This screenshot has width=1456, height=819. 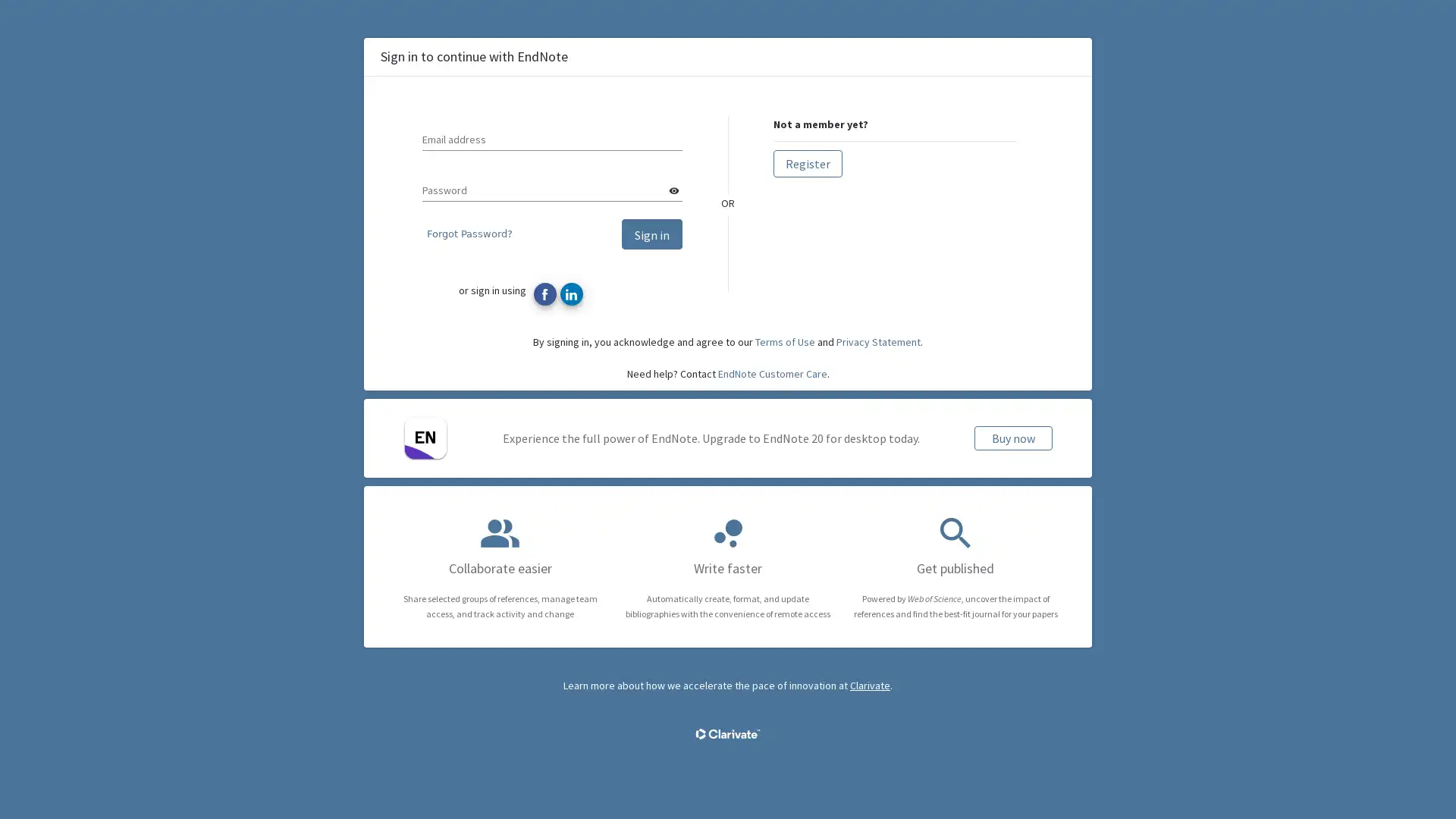 I want to click on Register, so click(x=807, y=164).